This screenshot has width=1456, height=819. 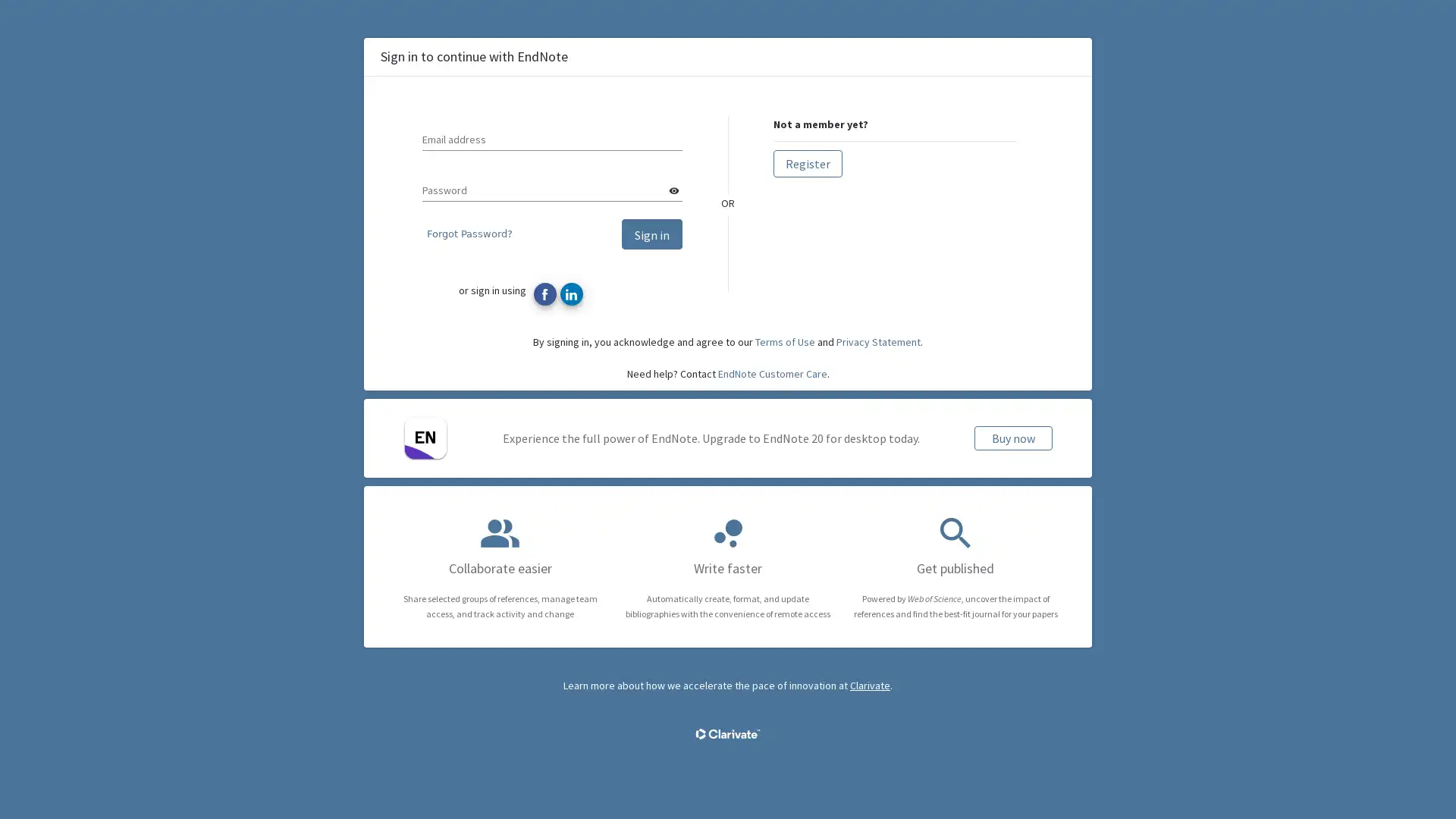 I want to click on Register, so click(x=807, y=164).